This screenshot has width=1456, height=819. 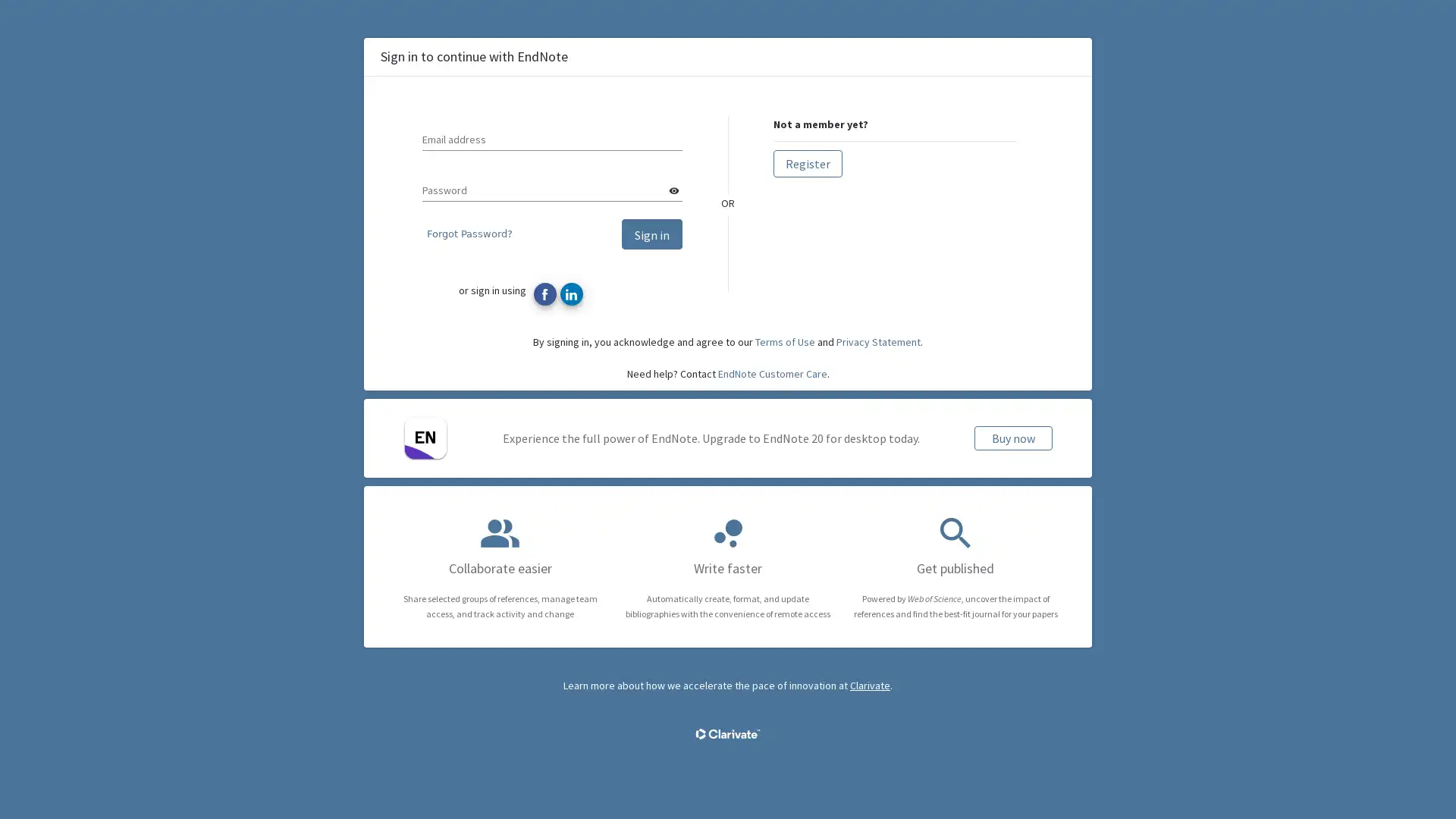 I want to click on Register, so click(x=807, y=164).